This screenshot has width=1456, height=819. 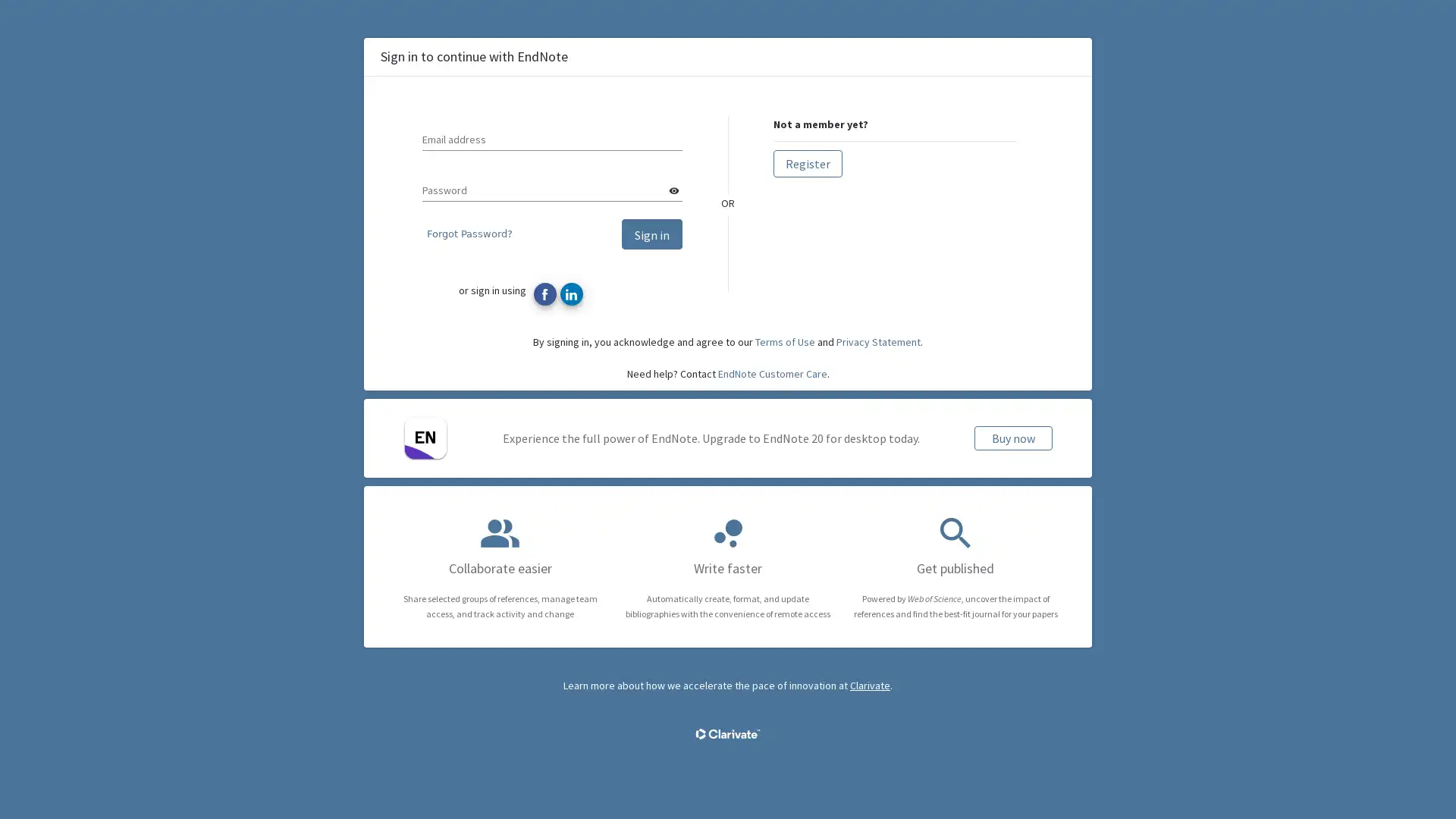 I want to click on Register, so click(x=807, y=164).